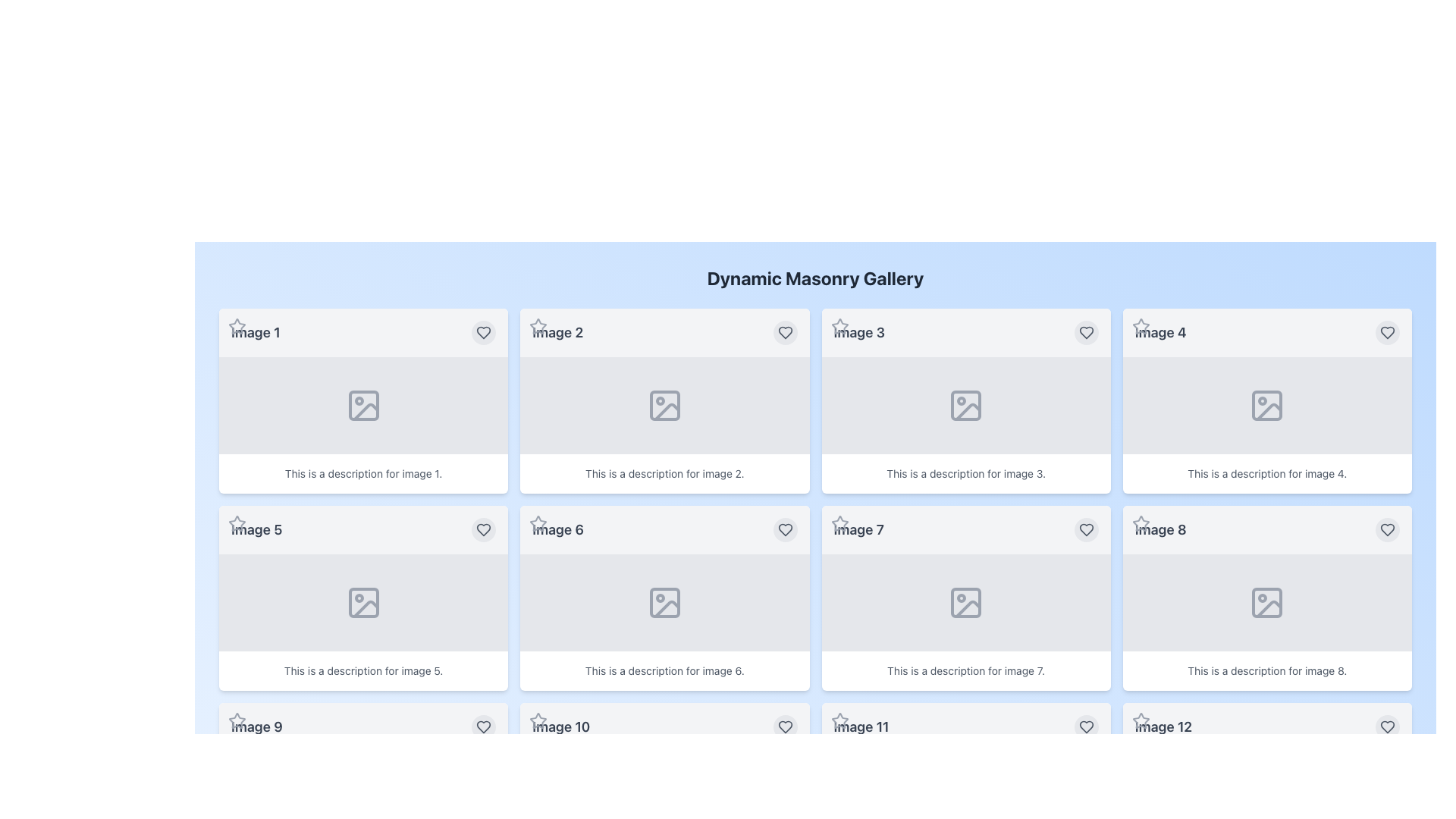  I want to click on the second card in the gallery layout that represents 'Image 2' with the description 'This is a description for image 2.', so click(664, 400).